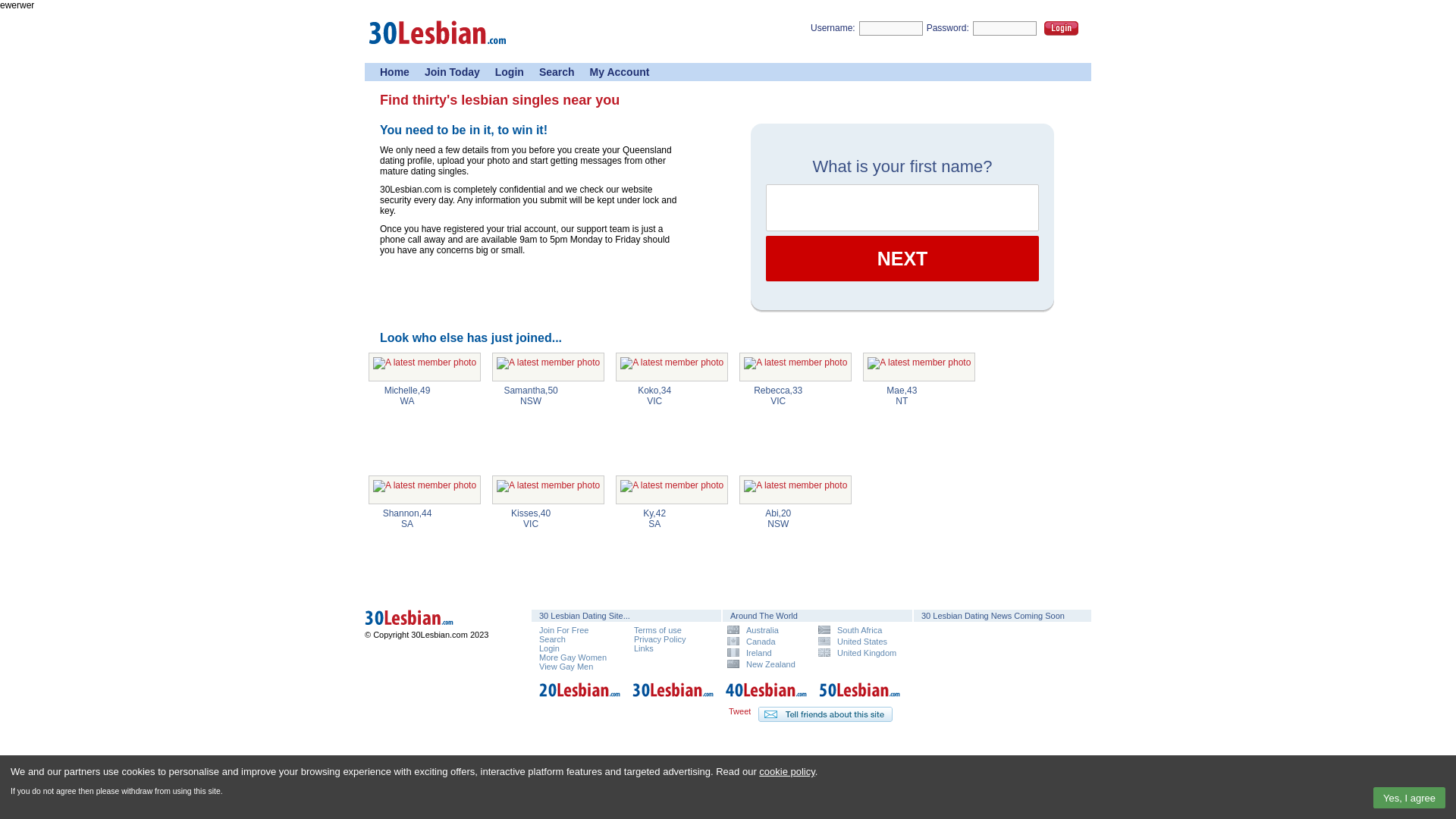  Describe the element at coordinates (858, 651) in the screenshot. I see `'United Kingdom'` at that location.